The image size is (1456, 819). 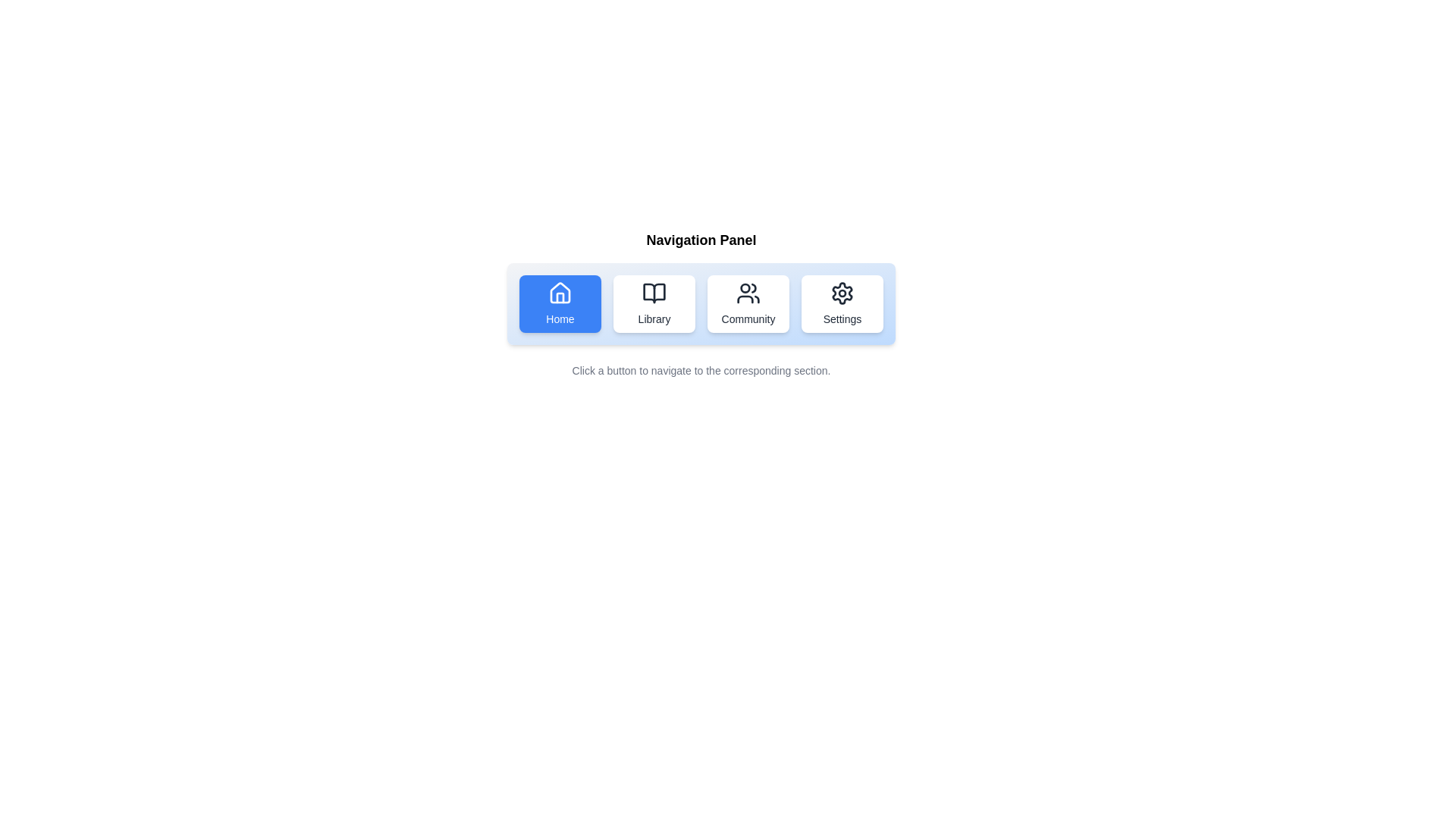 What do you see at coordinates (654, 304) in the screenshot?
I see `the second button in the navigation panel that redirects to the 'Library' section` at bounding box center [654, 304].